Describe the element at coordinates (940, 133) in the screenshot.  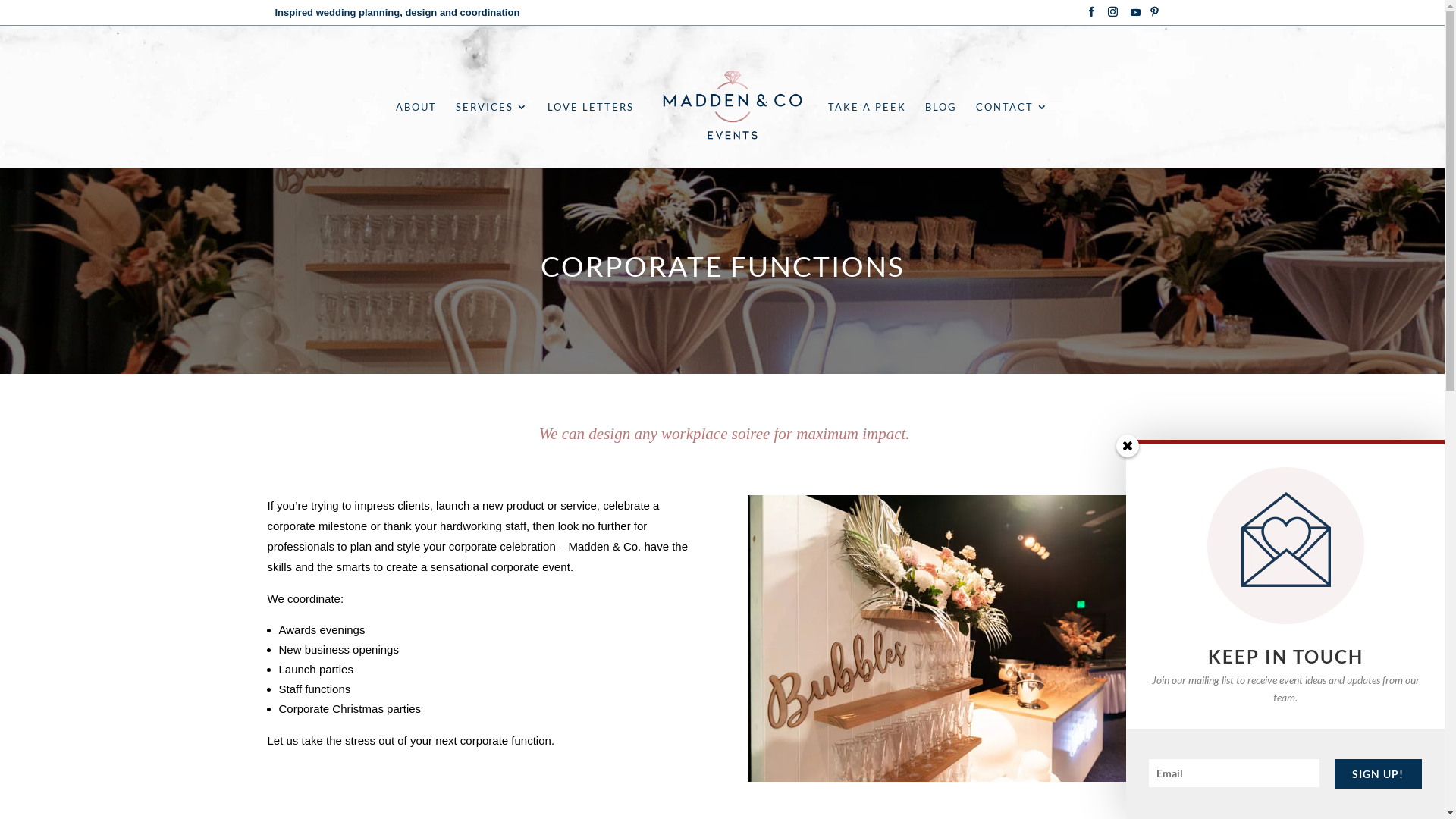
I see `'BLOG'` at that location.